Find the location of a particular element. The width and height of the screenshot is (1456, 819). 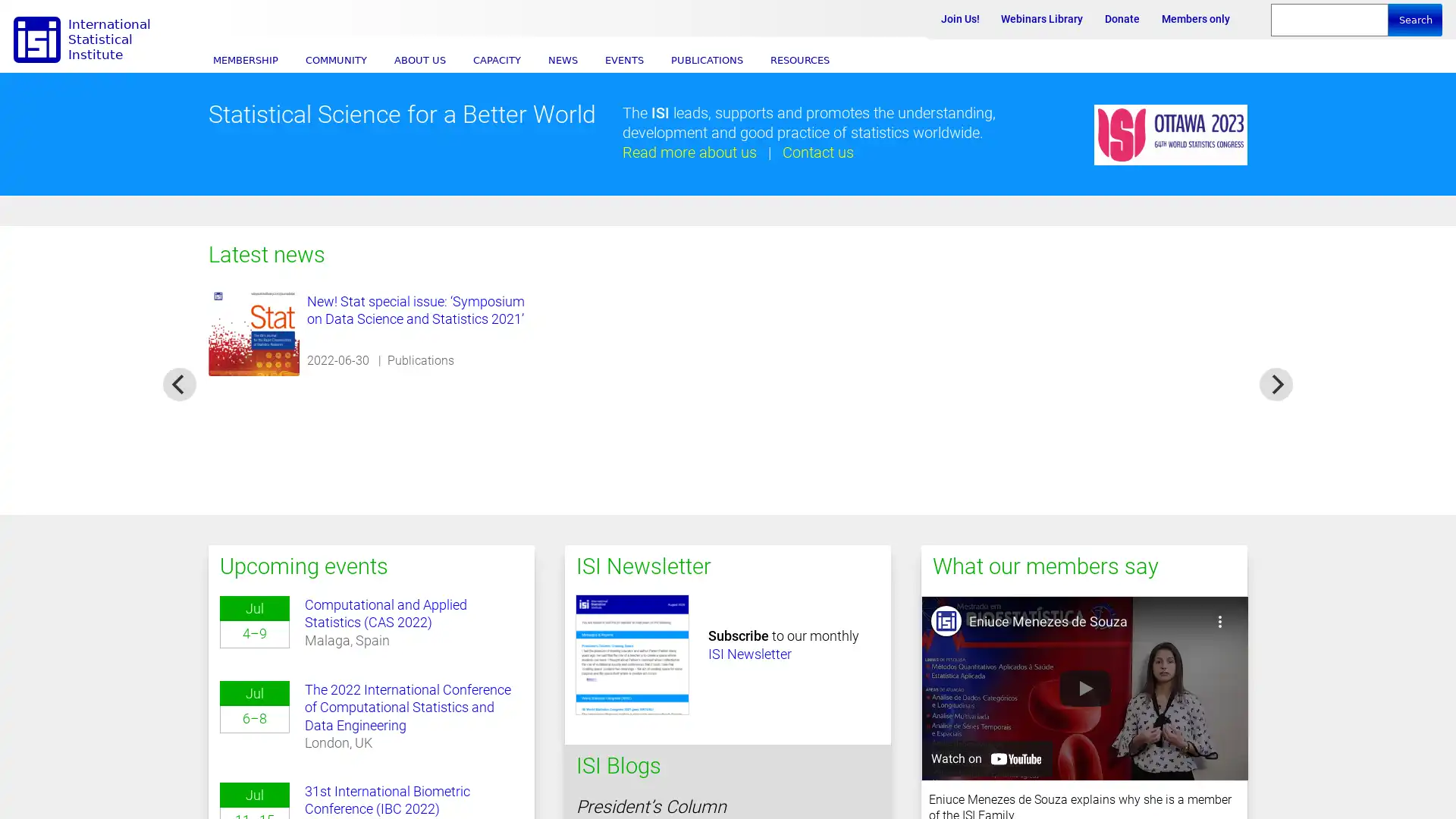

next is located at coordinates (1276, 329).